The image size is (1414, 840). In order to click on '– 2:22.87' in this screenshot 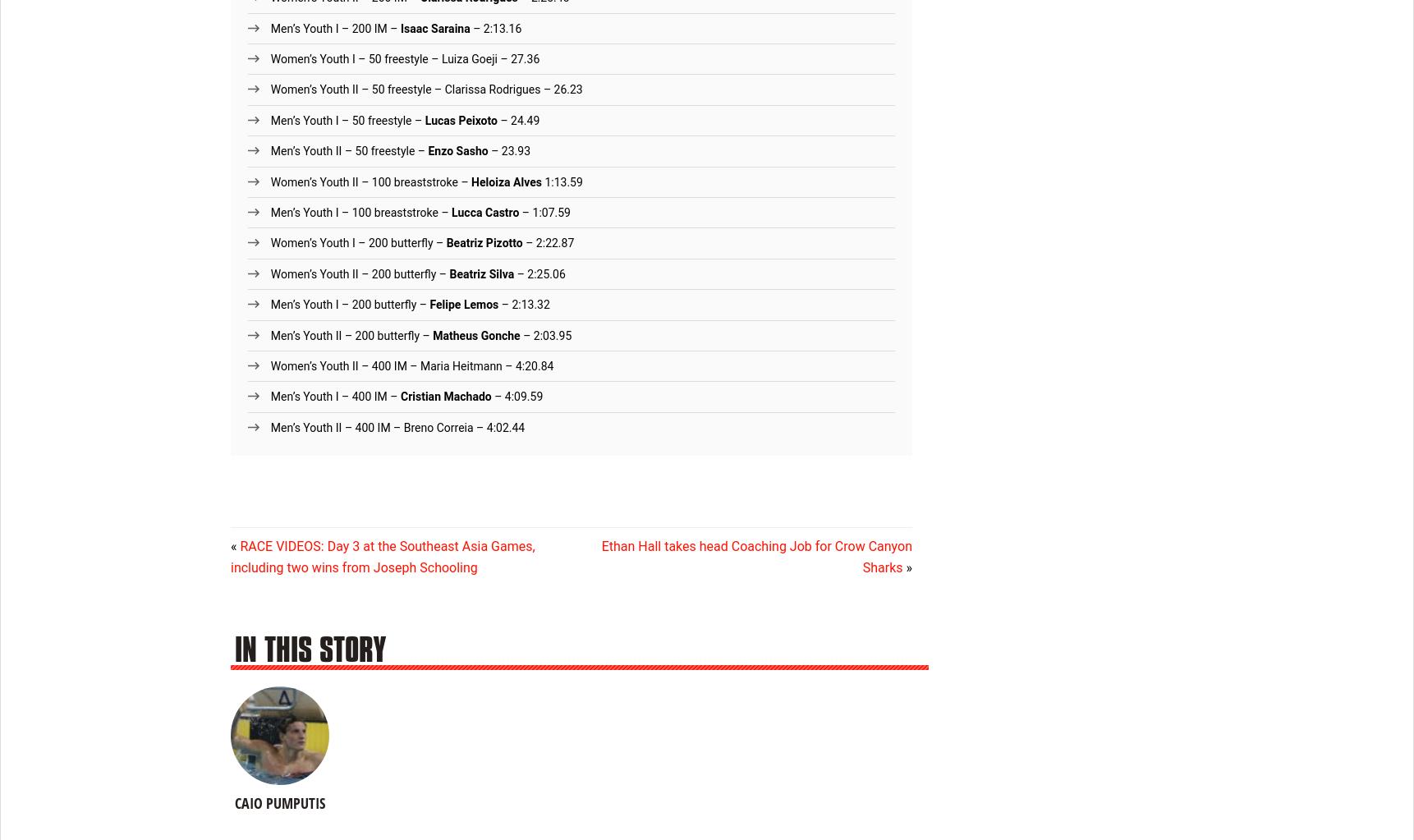, I will do `click(521, 241)`.